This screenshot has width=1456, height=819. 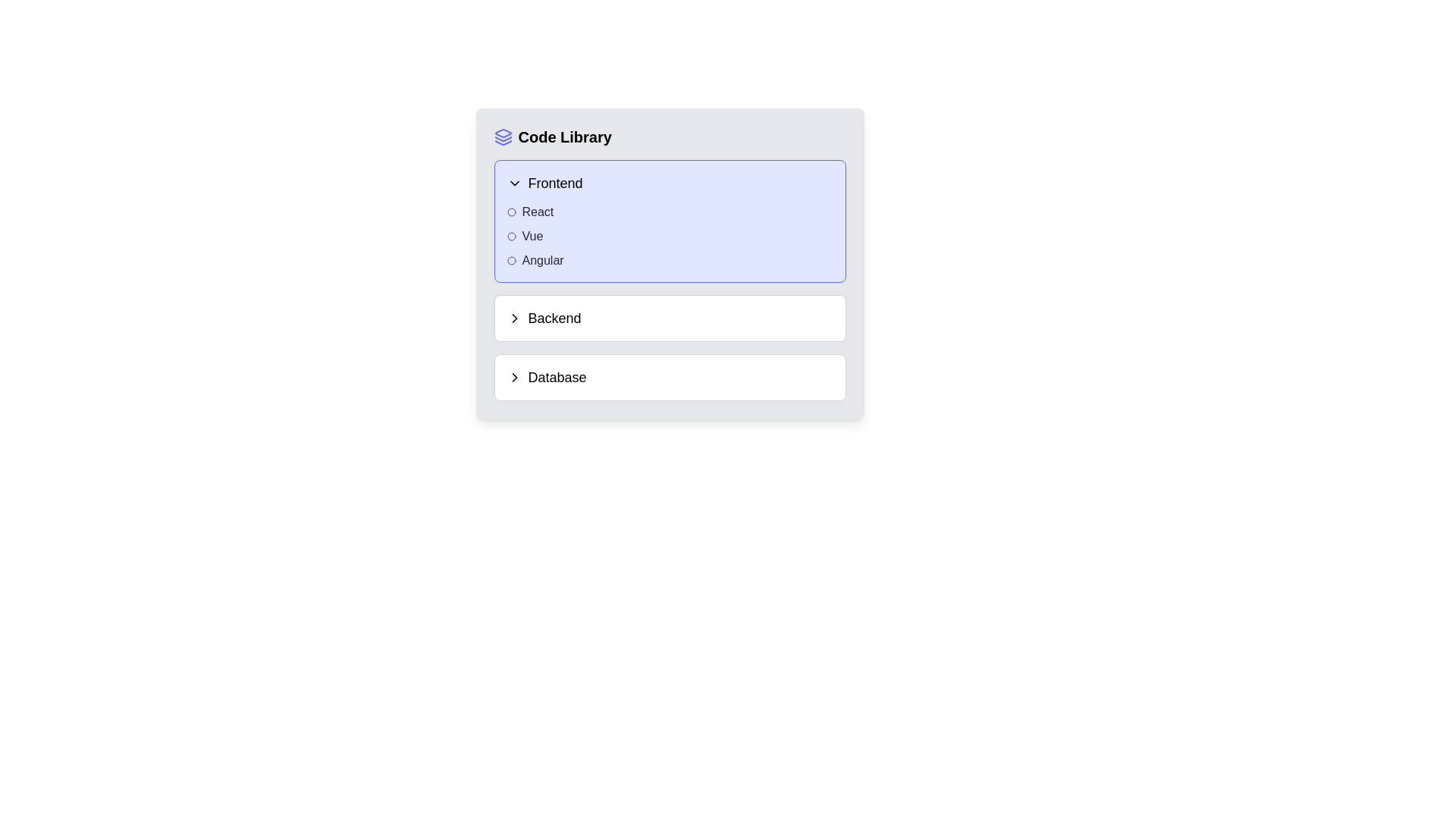 What do you see at coordinates (511, 237) in the screenshot?
I see `the Decorative icon (SVG circle) located in the 'Frontend' dropdown menu of the 'Code Library' section, next to the text 'Vue'` at bounding box center [511, 237].